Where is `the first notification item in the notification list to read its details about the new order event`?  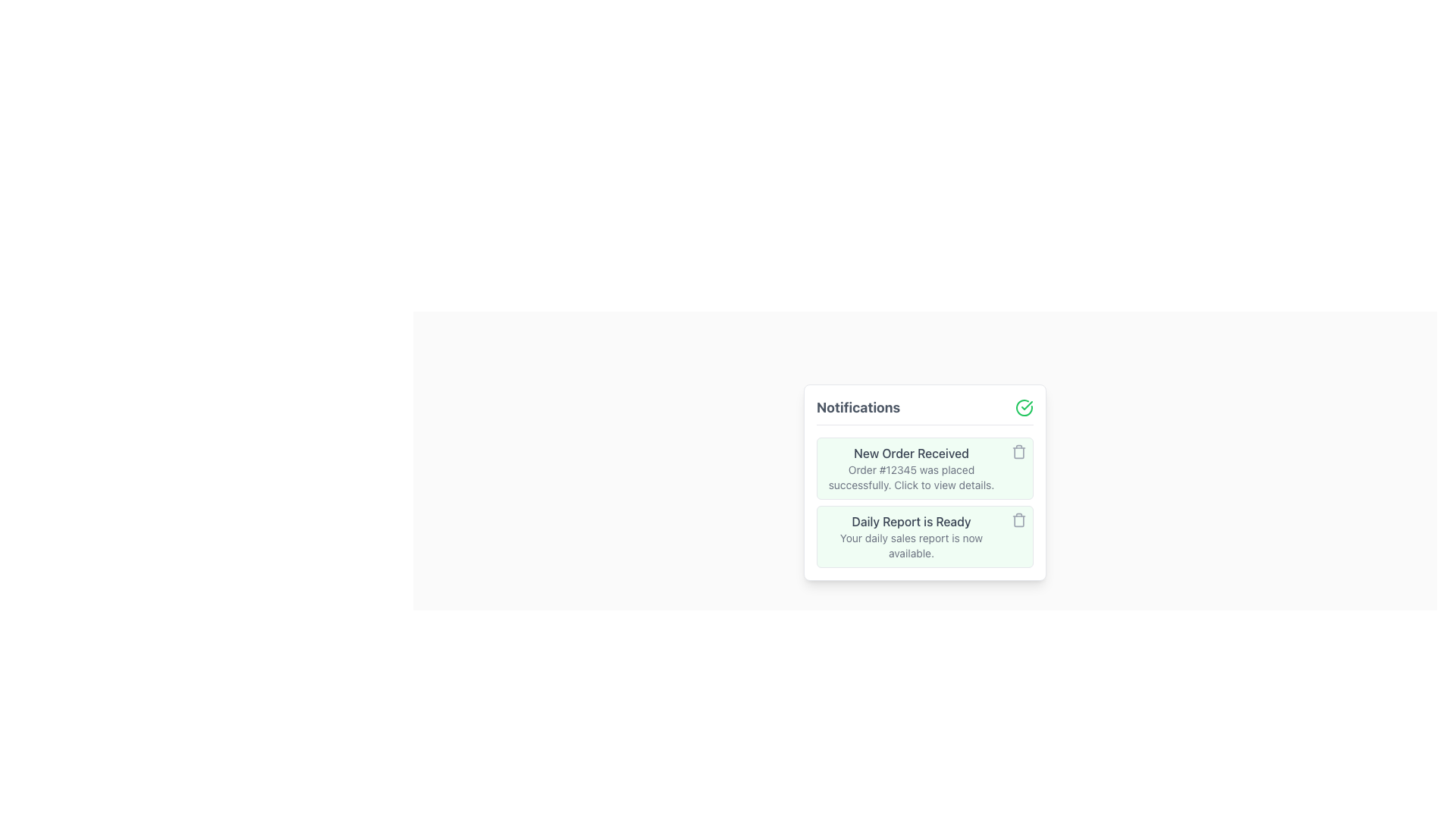
the first notification item in the notification list to read its details about the new order event is located at coordinates (910, 467).